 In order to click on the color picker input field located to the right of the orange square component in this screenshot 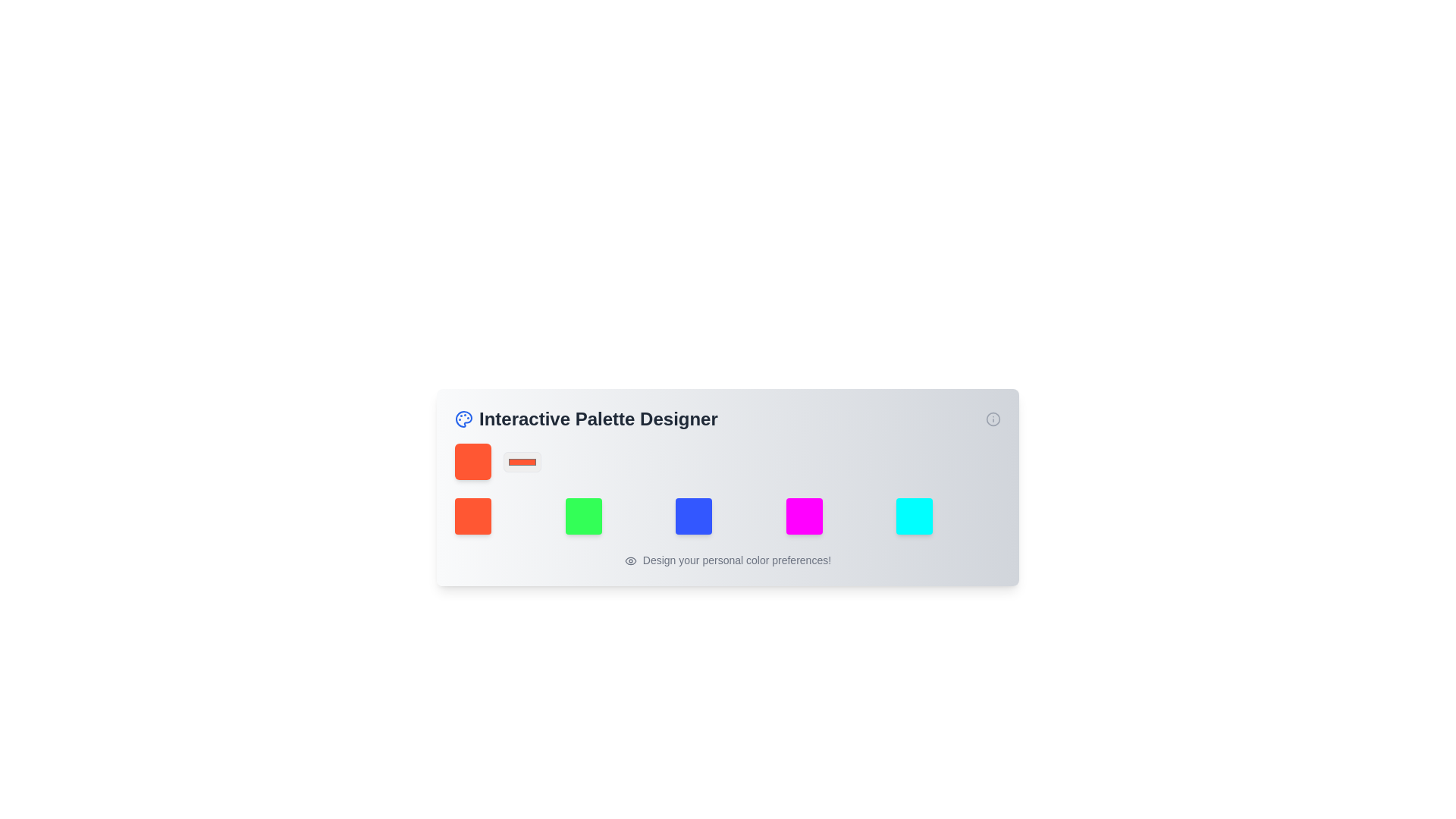, I will do `click(522, 461)`.